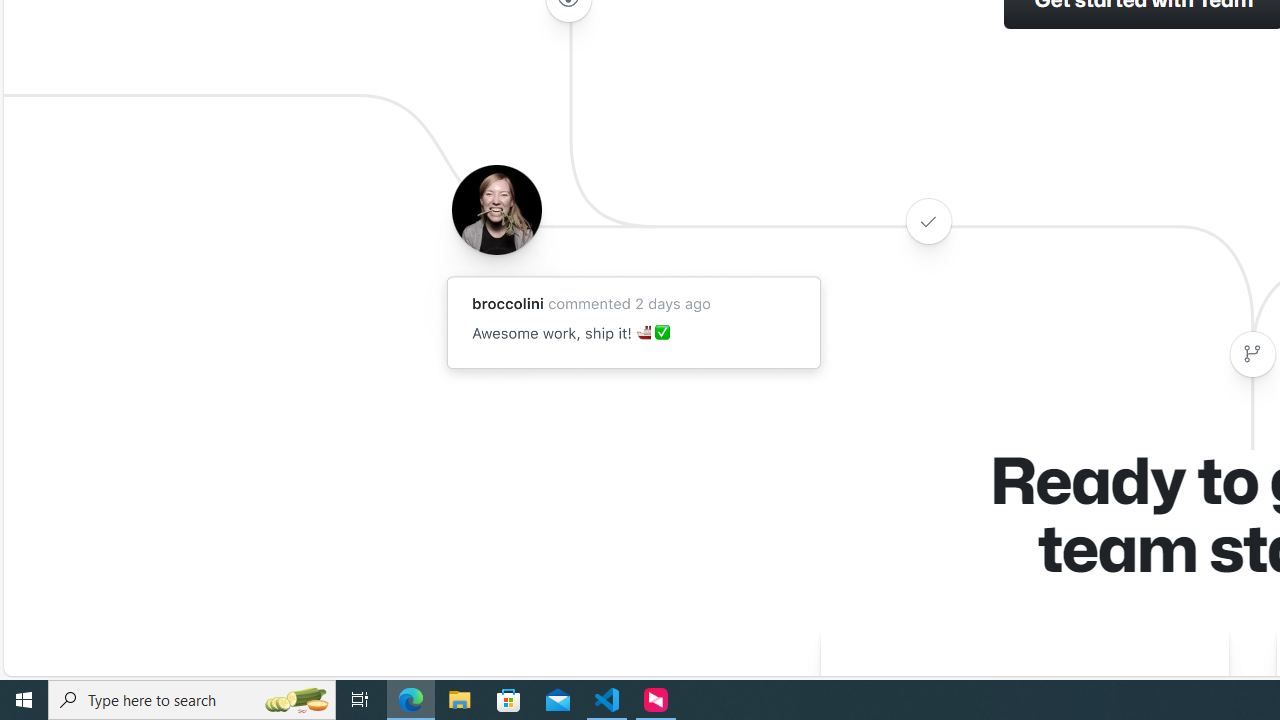  Describe the element at coordinates (1251, 353) in the screenshot. I see `'Class: color-fg-muted width-full'` at that location.